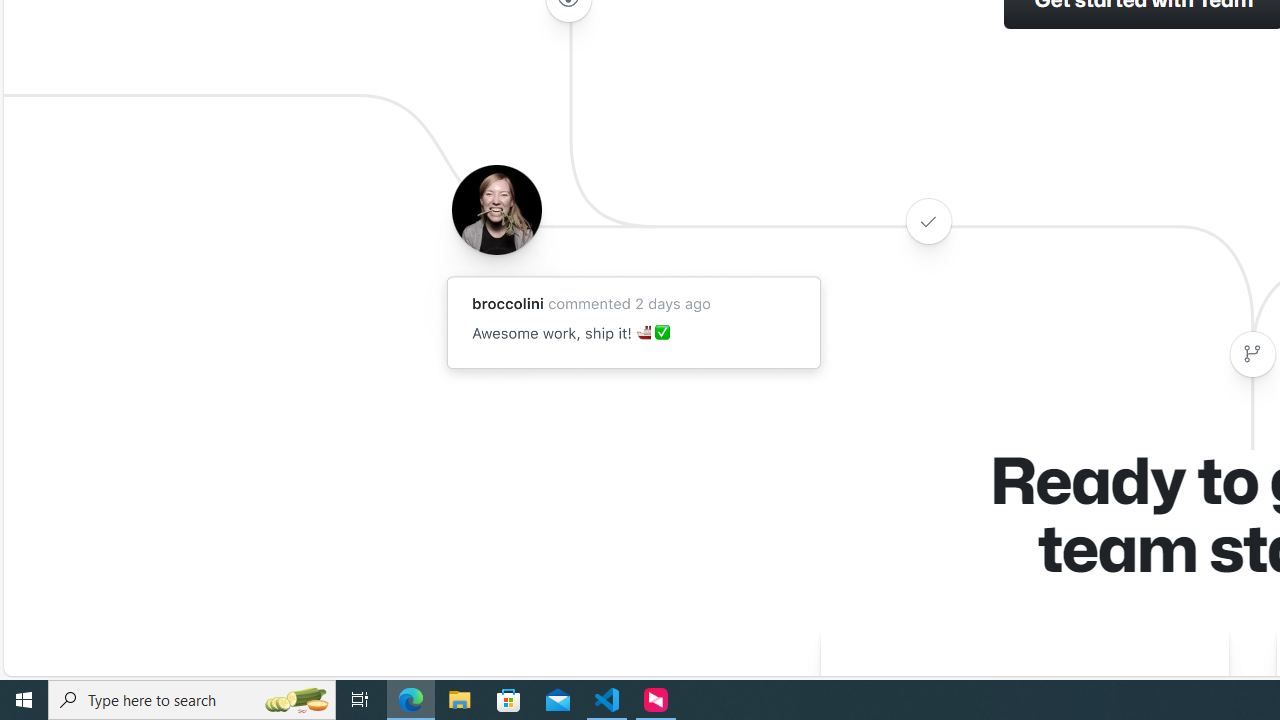  Describe the element at coordinates (1251, 353) in the screenshot. I see `'Class: color-fg-muted width-full'` at that location.